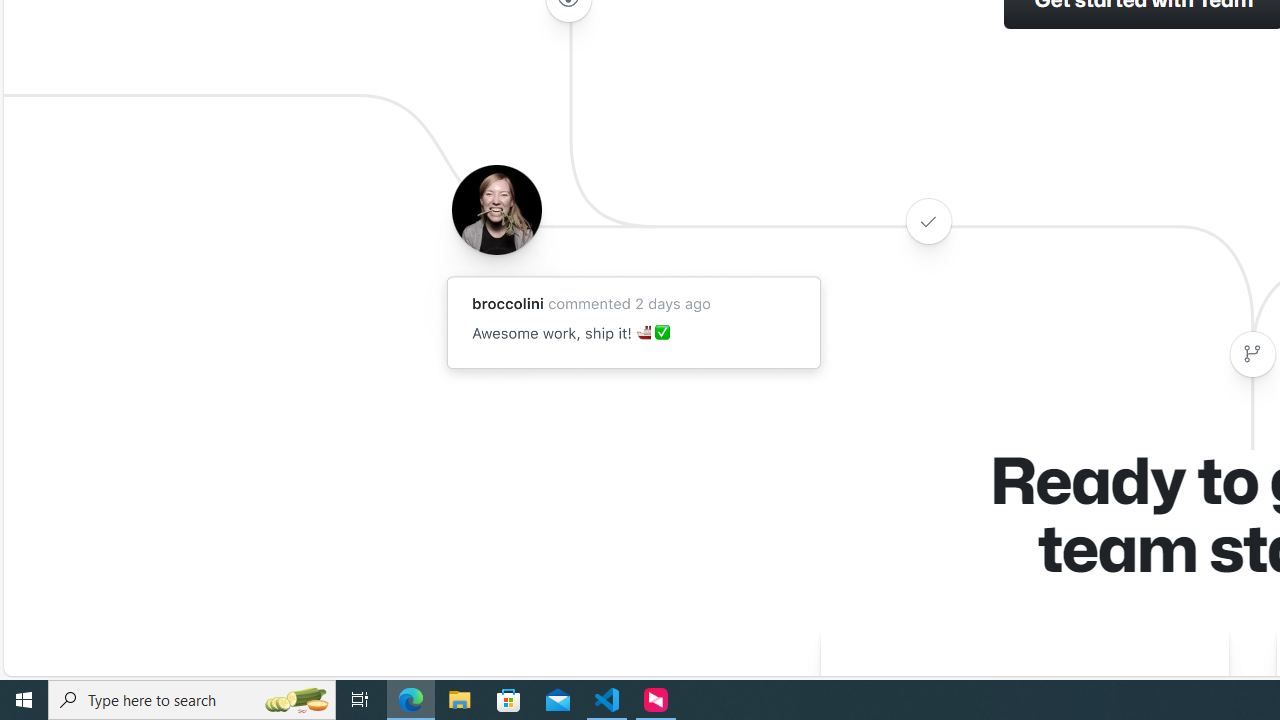  Describe the element at coordinates (1251, 353) in the screenshot. I see `'Class: color-fg-muted width-full'` at that location.